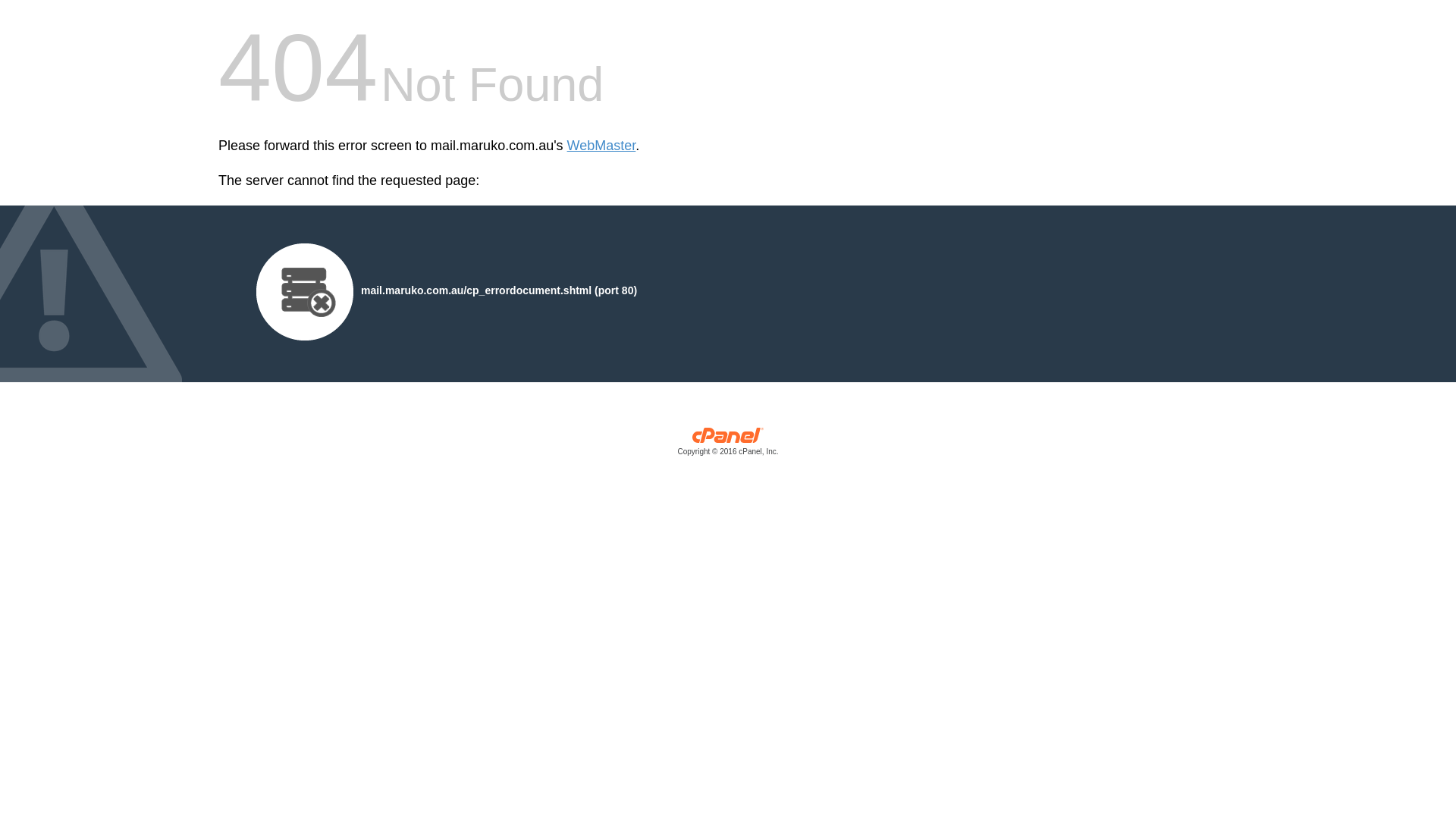 Image resolution: width=1456 pixels, height=819 pixels. I want to click on 'WebMaster', so click(601, 146).